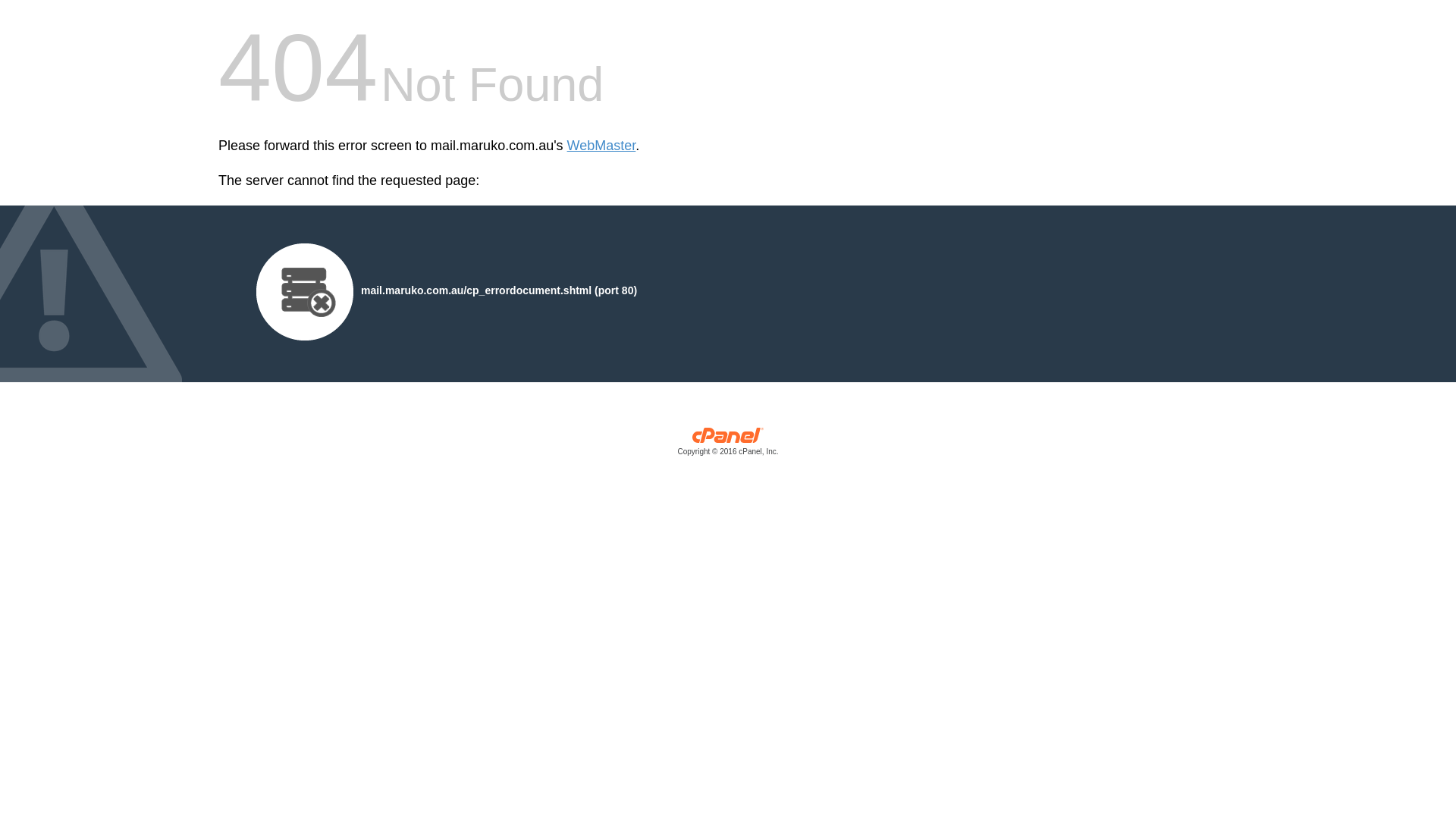 Image resolution: width=1456 pixels, height=819 pixels. I want to click on 'WebMaster', so click(601, 146).